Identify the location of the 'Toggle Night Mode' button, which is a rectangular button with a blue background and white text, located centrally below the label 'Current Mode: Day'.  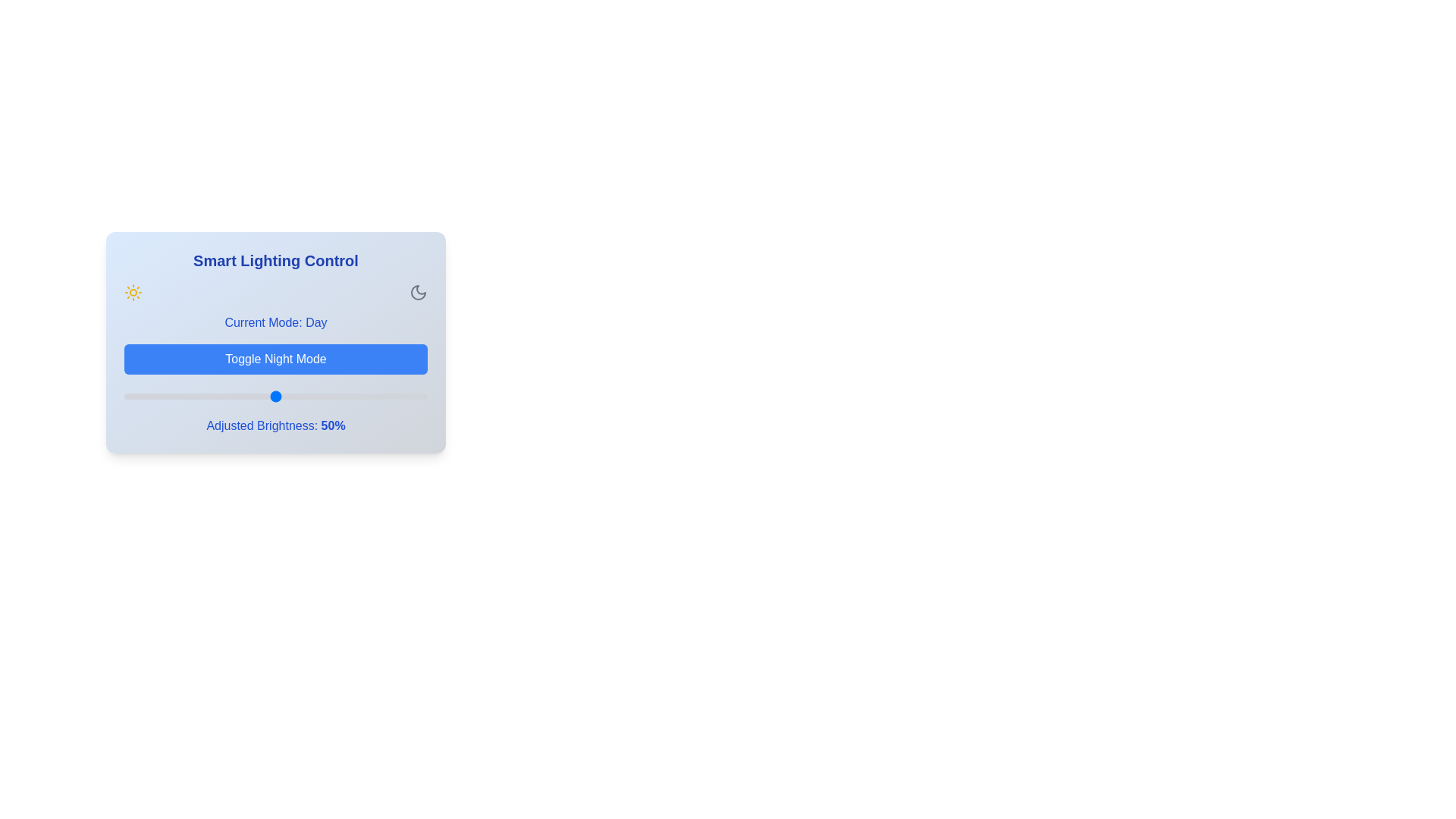
(276, 359).